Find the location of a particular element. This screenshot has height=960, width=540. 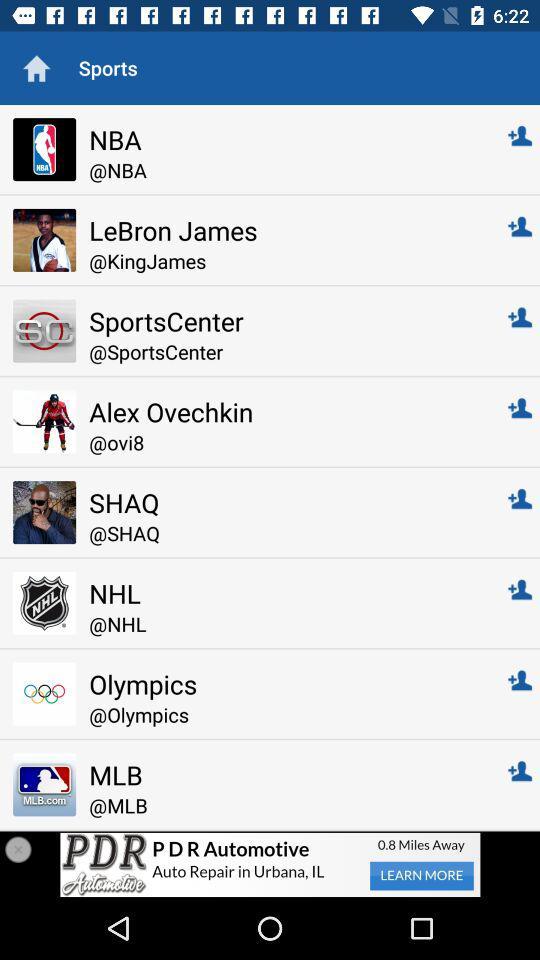

icon above shaq icon is located at coordinates (284, 442).